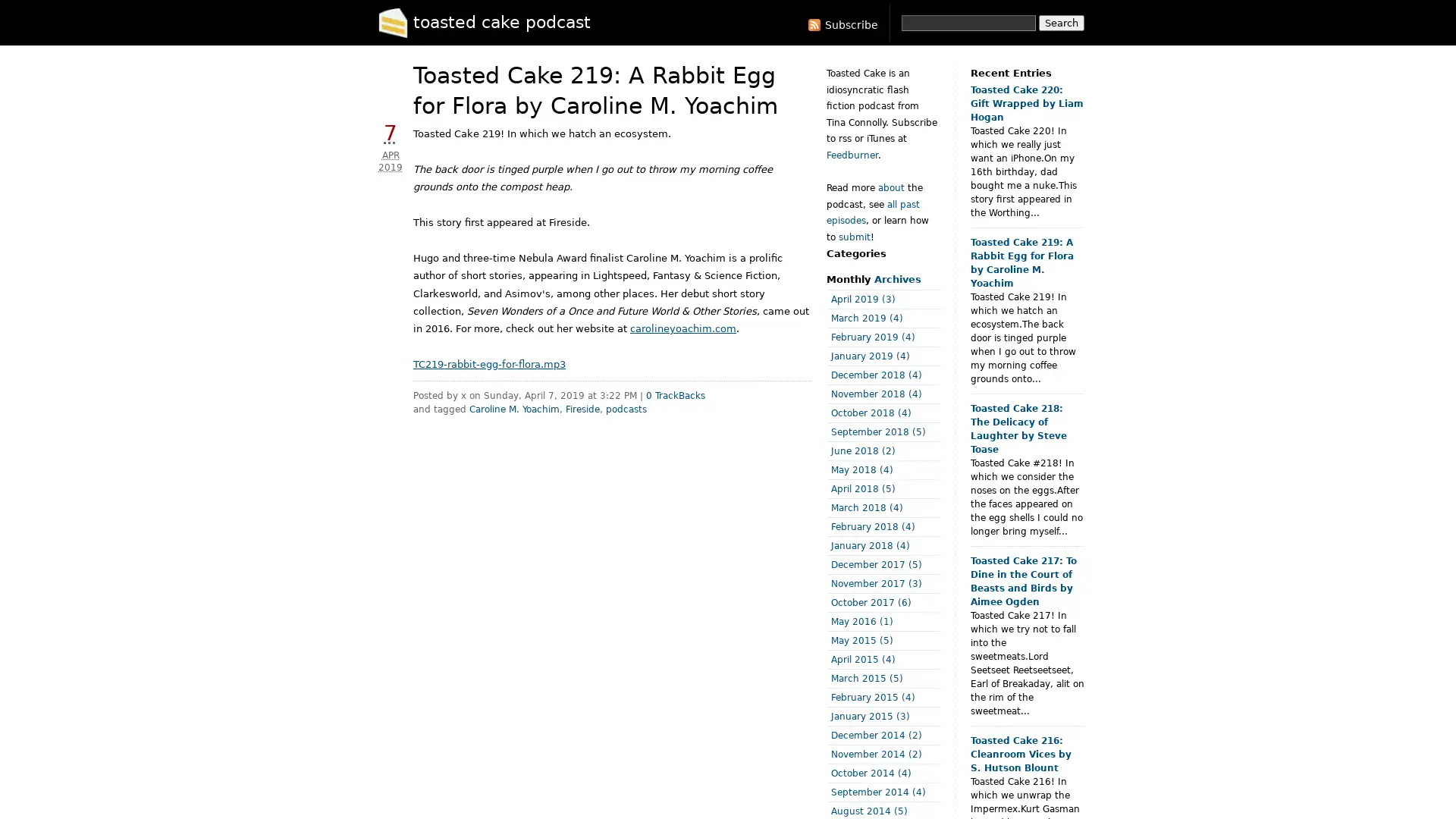 The width and height of the screenshot is (1456, 819). What do you see at coordinates (1061, 23) in the screenshot?
I see `Search` at bounding box center [1061, 23].